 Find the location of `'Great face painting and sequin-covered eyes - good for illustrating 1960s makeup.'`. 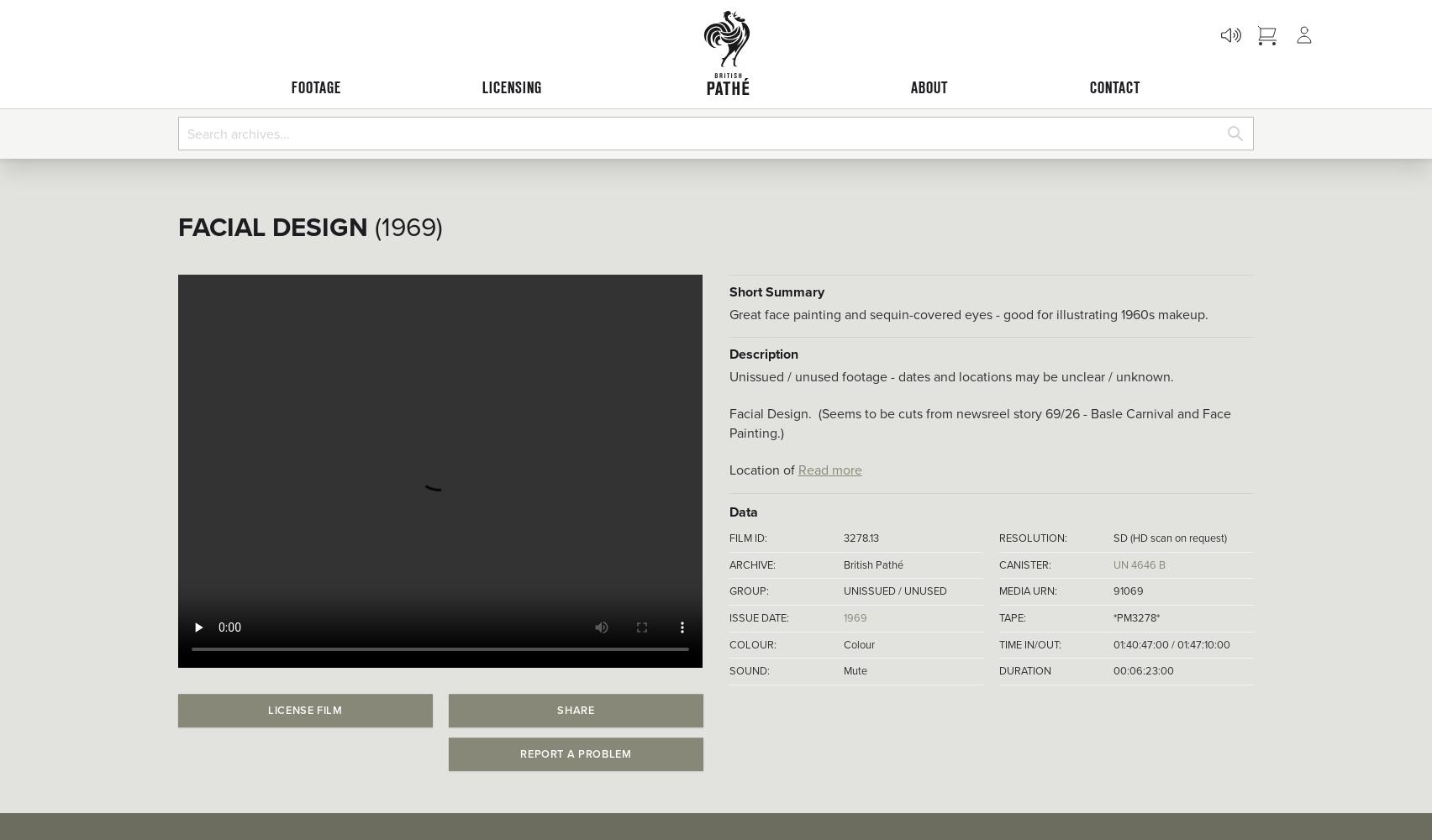

'Great face painting and sequin-covered eyes - good for illustrating 1960s makeup.' is located at coordinates (728, 312).